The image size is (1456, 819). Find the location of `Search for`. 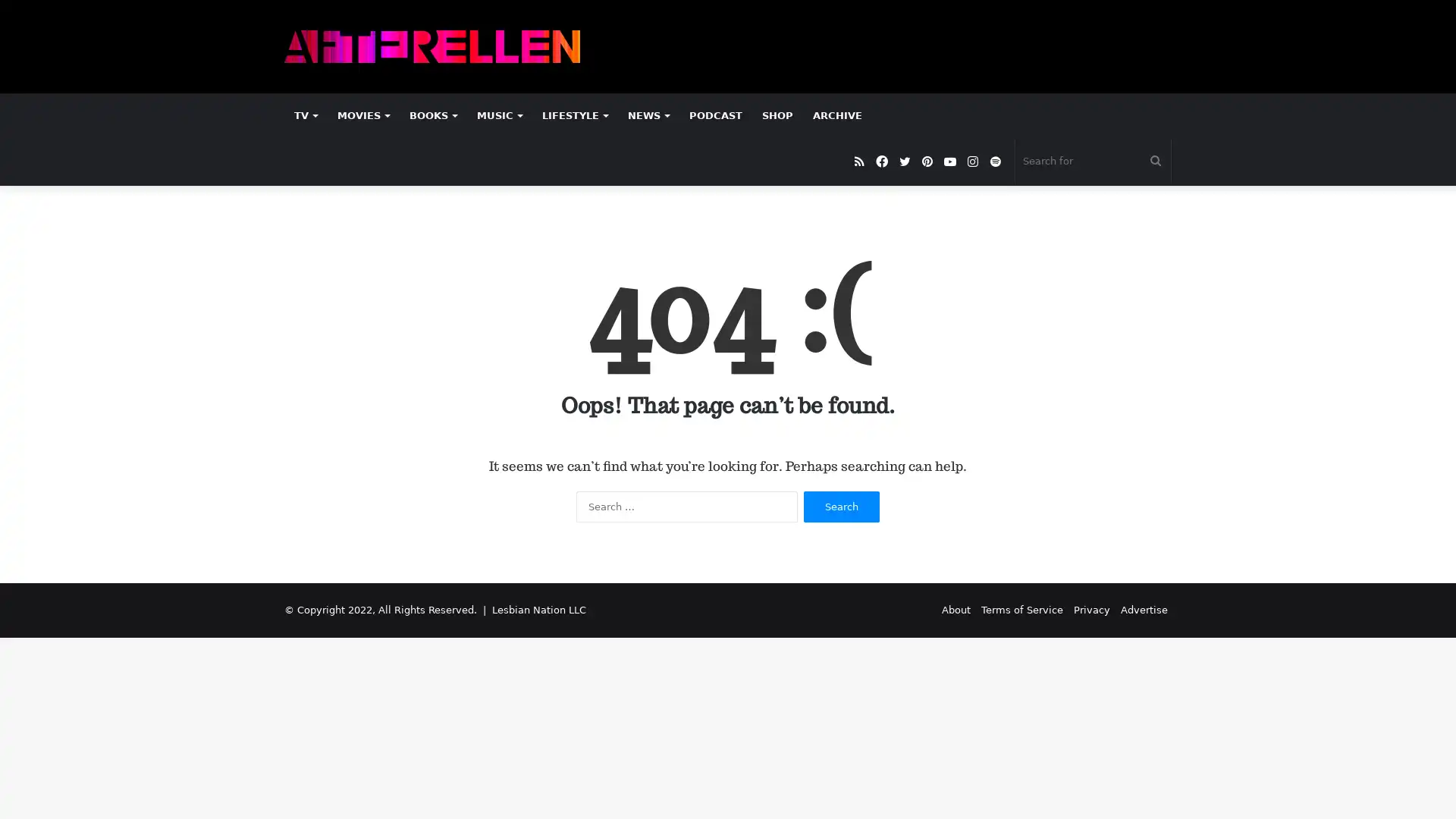

Search for is located at coordinates (1154, 161).